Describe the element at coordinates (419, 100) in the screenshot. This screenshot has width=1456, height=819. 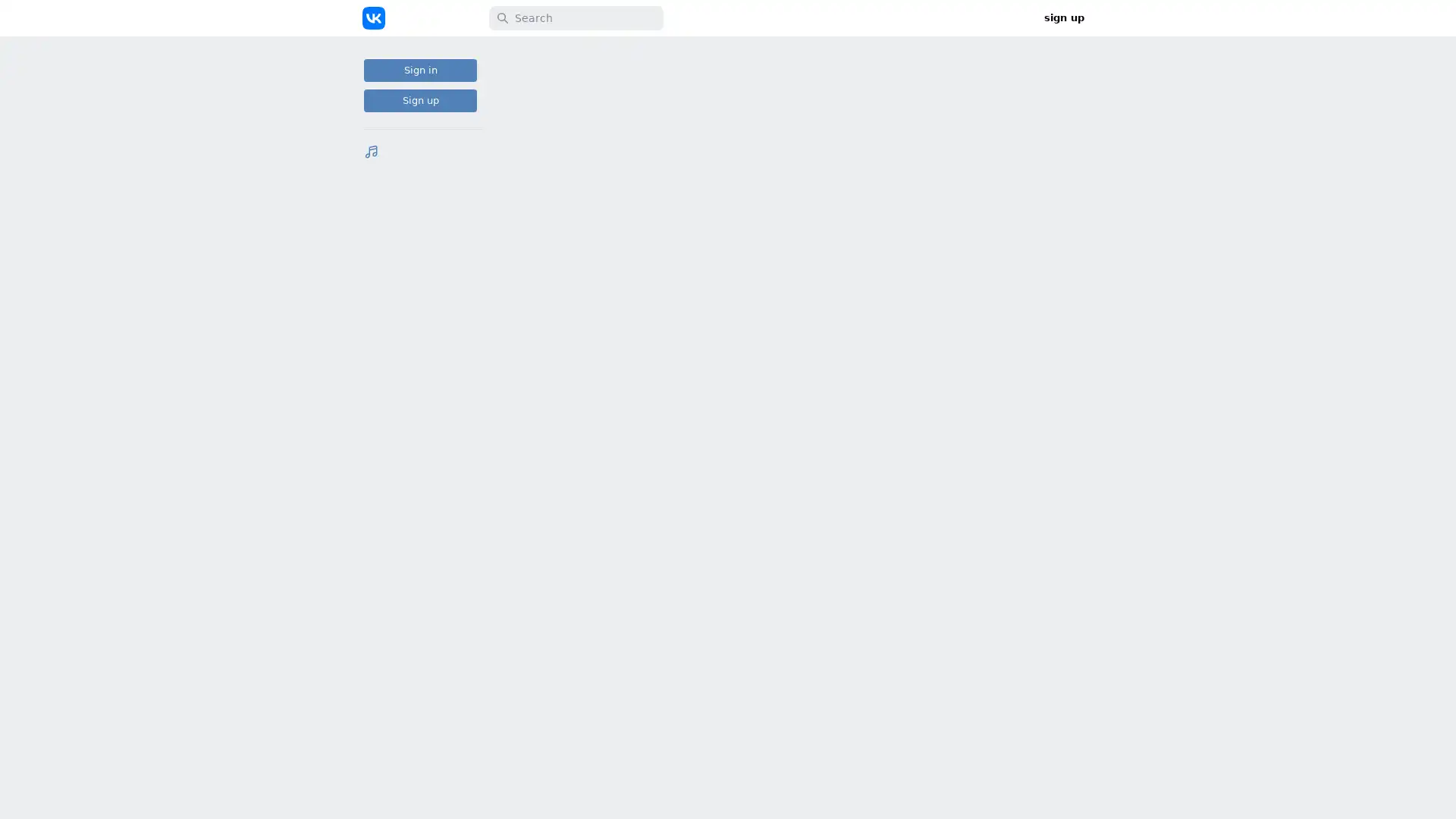
I see `Sign up` at that location.